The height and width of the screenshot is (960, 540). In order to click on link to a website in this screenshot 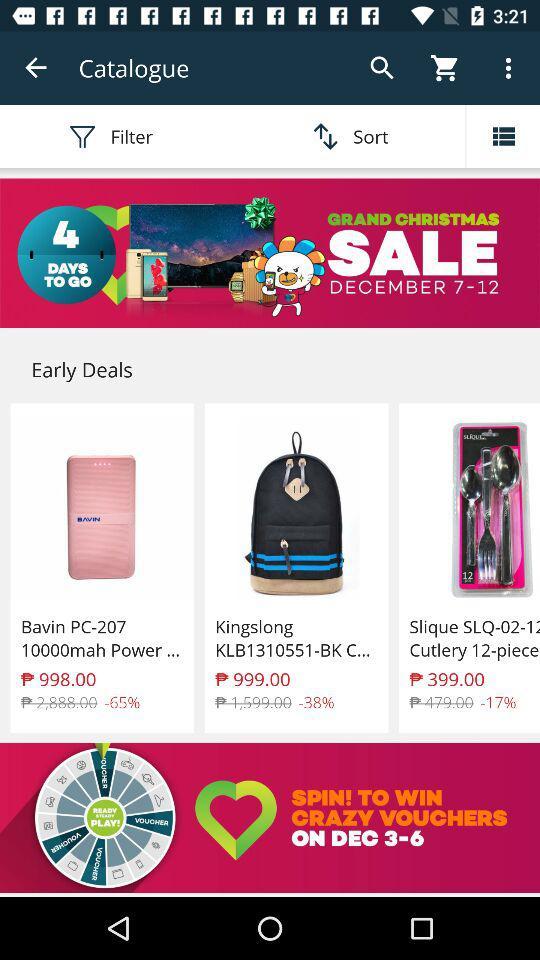, I will do `click(270, 818)`.